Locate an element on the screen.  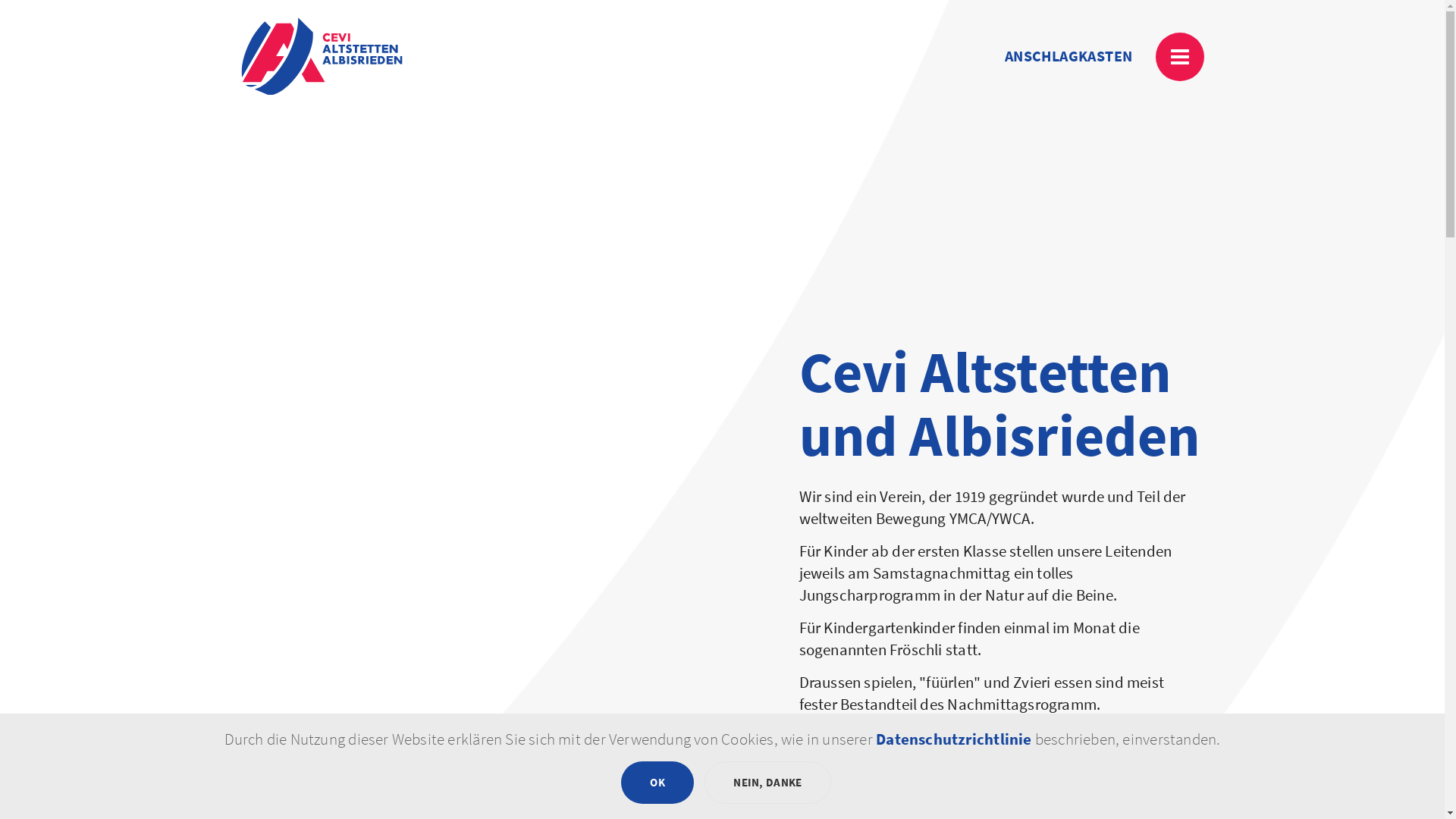
'ANSCHLAGKASTEN' is located at coordinates (1004, 55).